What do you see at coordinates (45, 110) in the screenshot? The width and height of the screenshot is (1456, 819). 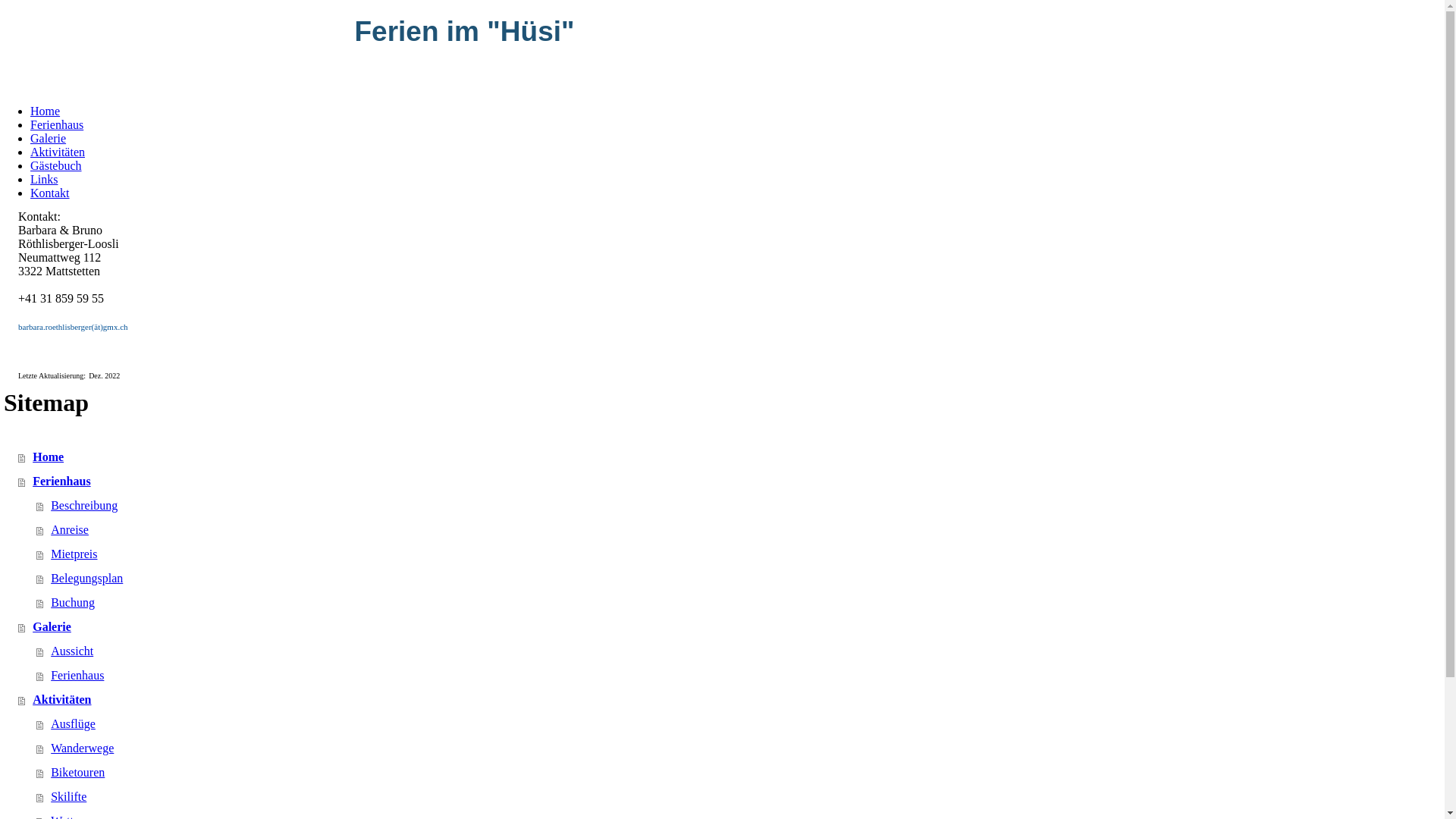 I see `'Home'` at bounding box center [45, 110].